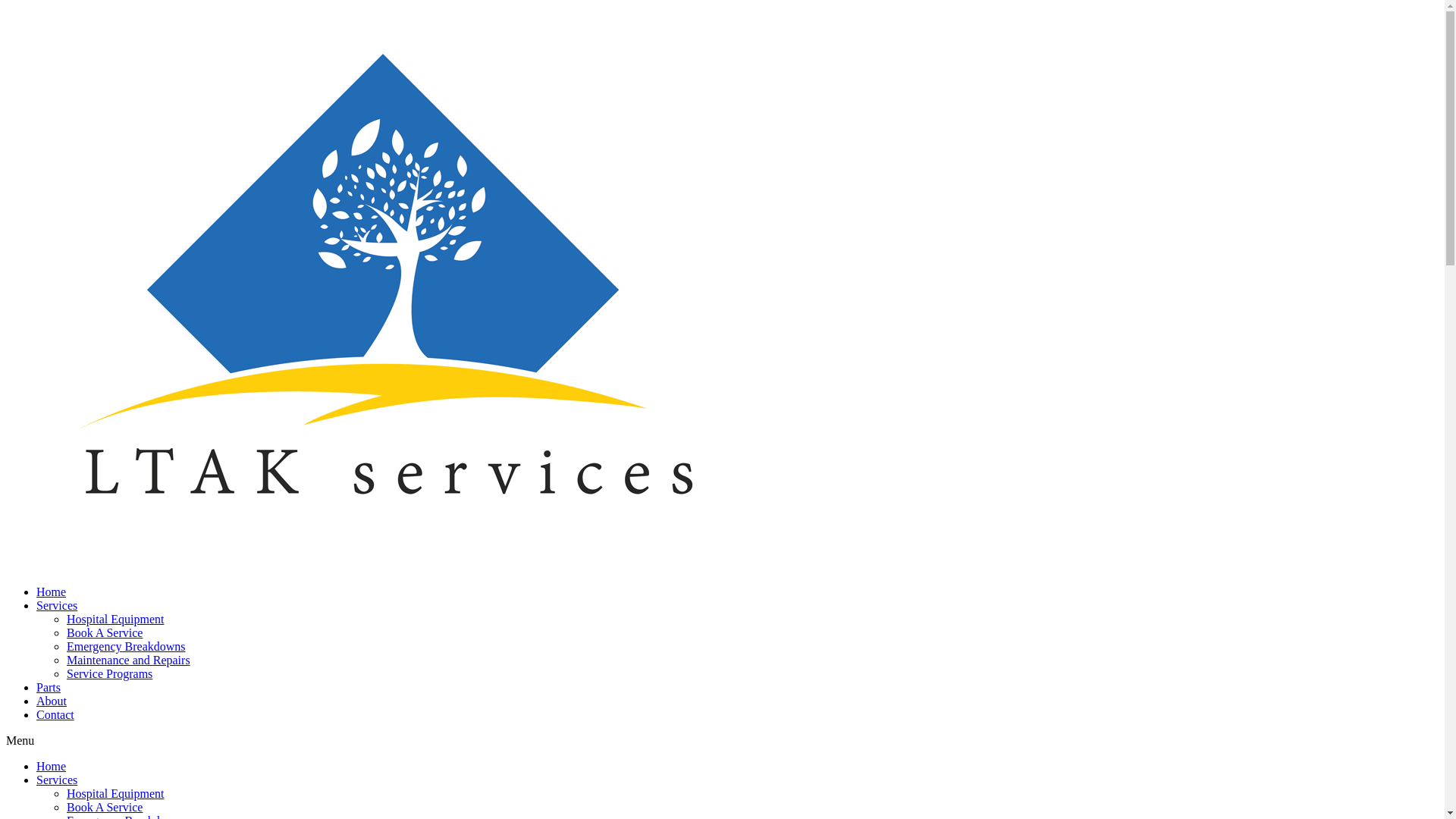  What do you see at coordinates (36, 701) in the screenshot?
I see `'About'` at bounding box center [36, 701].